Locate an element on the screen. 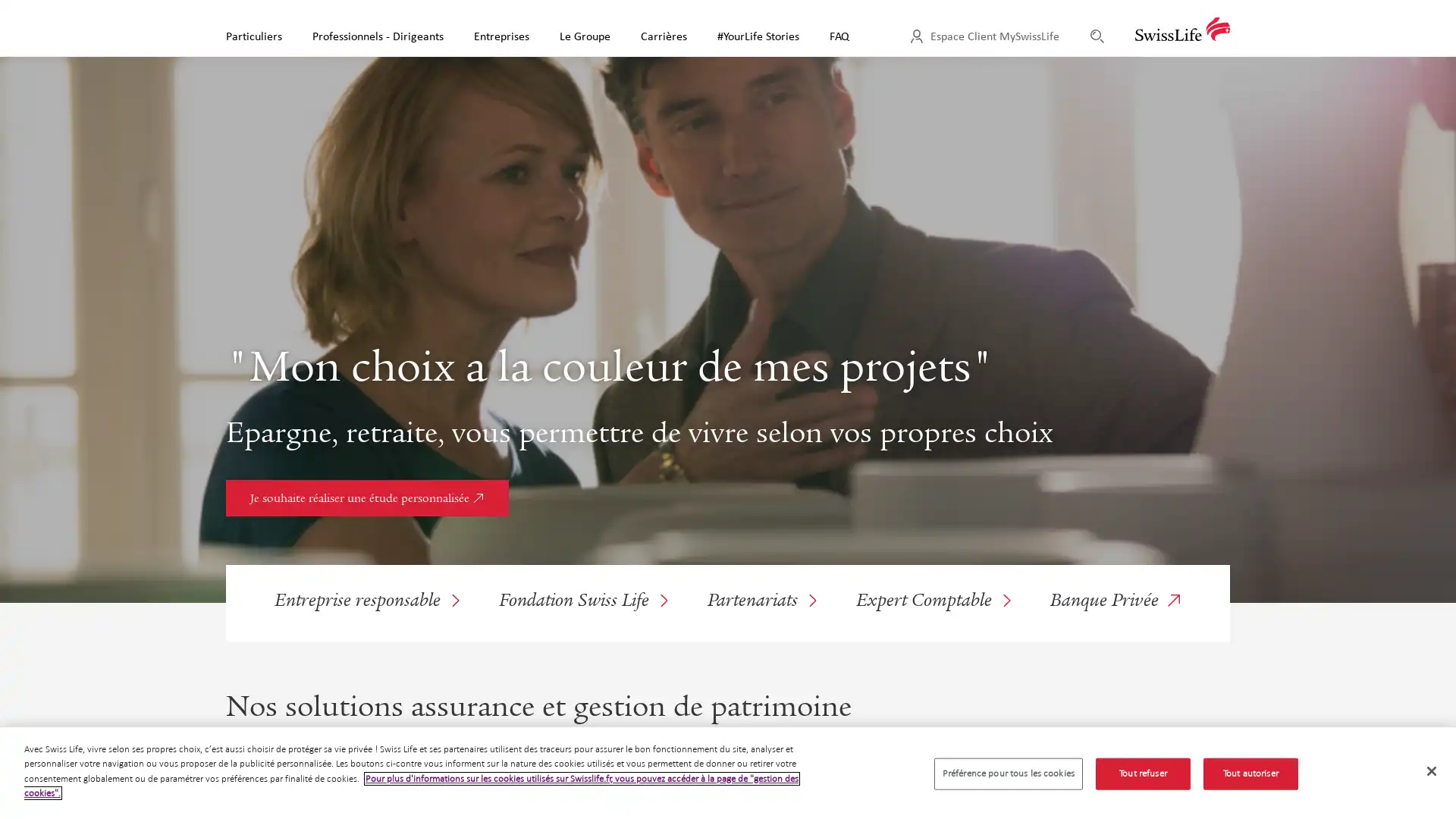 The image size is (1456, 819). Tout autoriser is located at coordinates (1250, 773).